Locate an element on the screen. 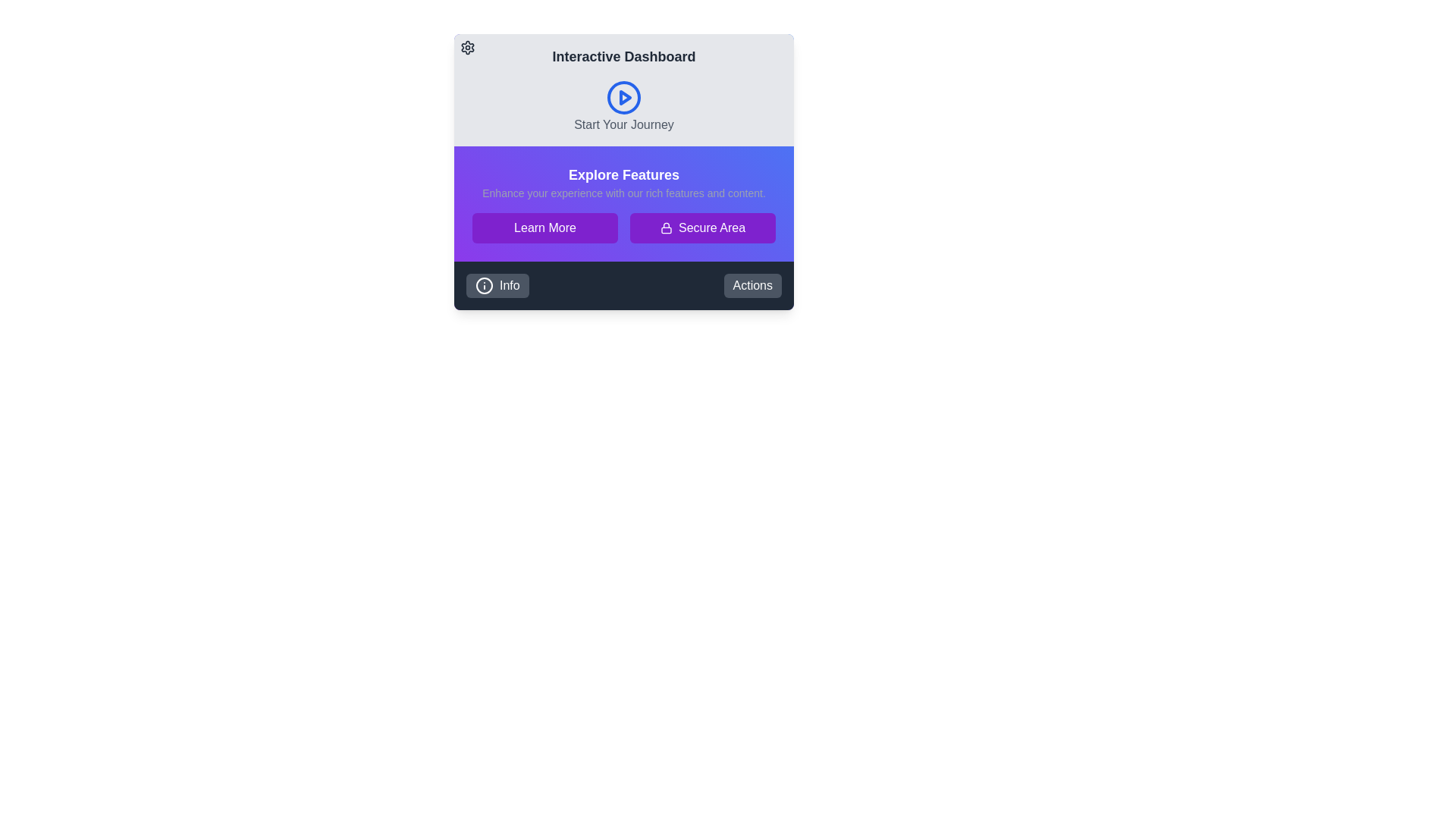 This screenshot has width=1456, height=819. the cogwheel-shaped icon with dark-gray outlines located in the top-left corner of the options card, which symbolizes settings and configuration is located at coordinates (467, 46).